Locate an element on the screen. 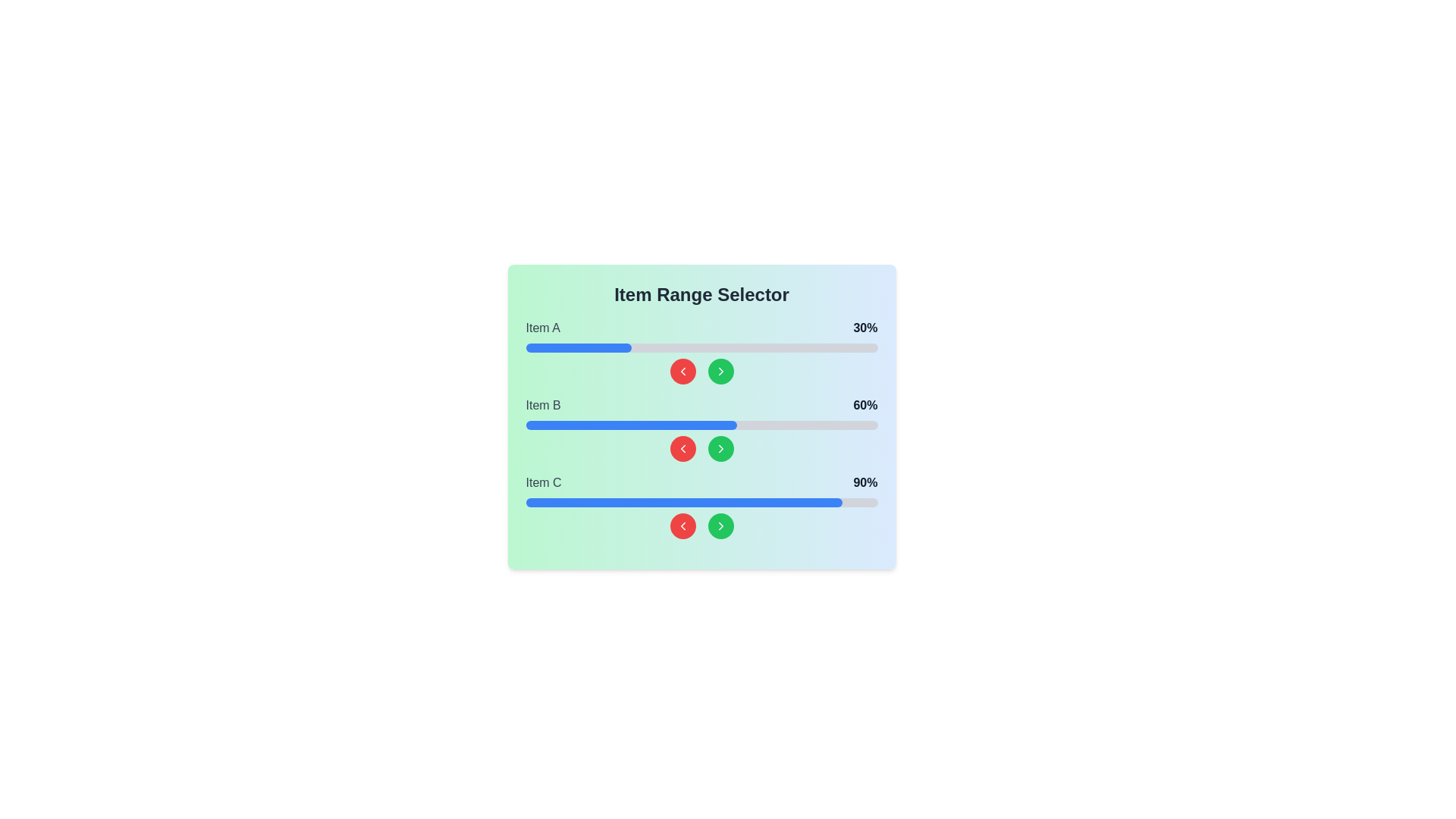  the static text label that identifies the third row as 'Item C', which is non-interactive and purely informational, located below 'Item A' and 'Item B' is located at coordinates (544, 482).